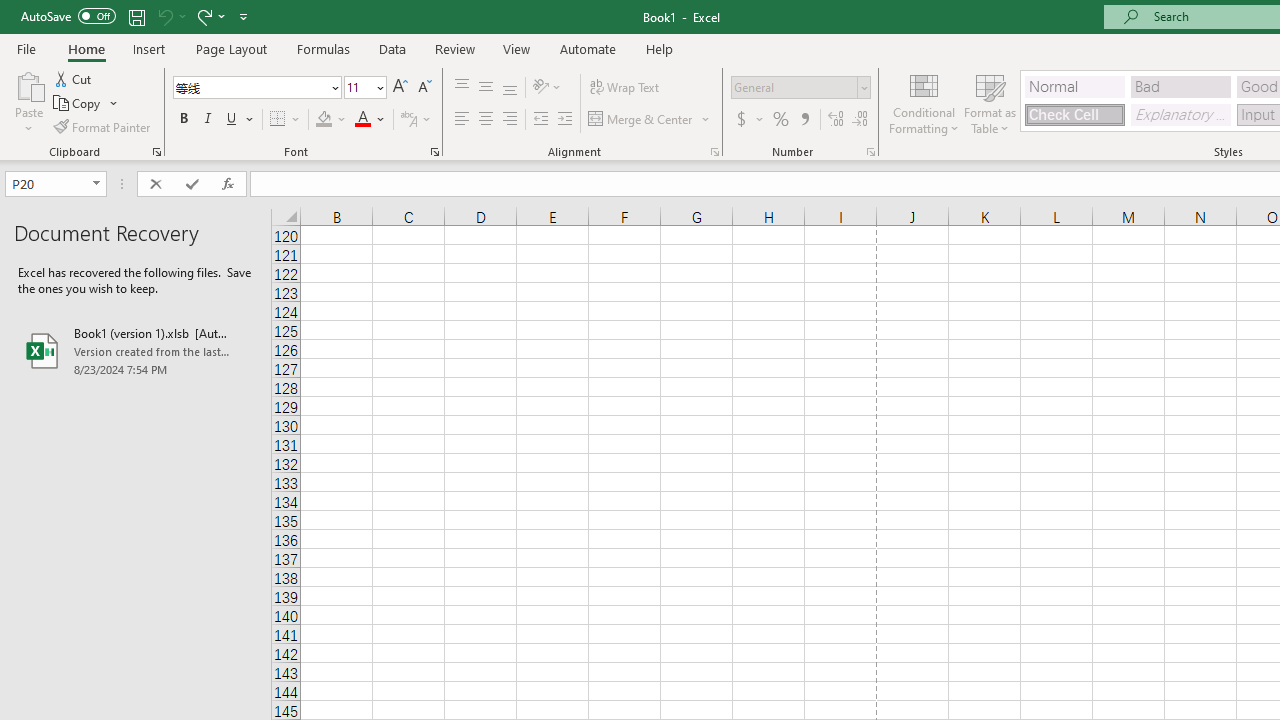 The height and width of the screenshot is (720, 1280). What do you see at coordinates (624, 86) in the screenshot?
I see `'Wrap Text'` at bounding box center [624, 86].